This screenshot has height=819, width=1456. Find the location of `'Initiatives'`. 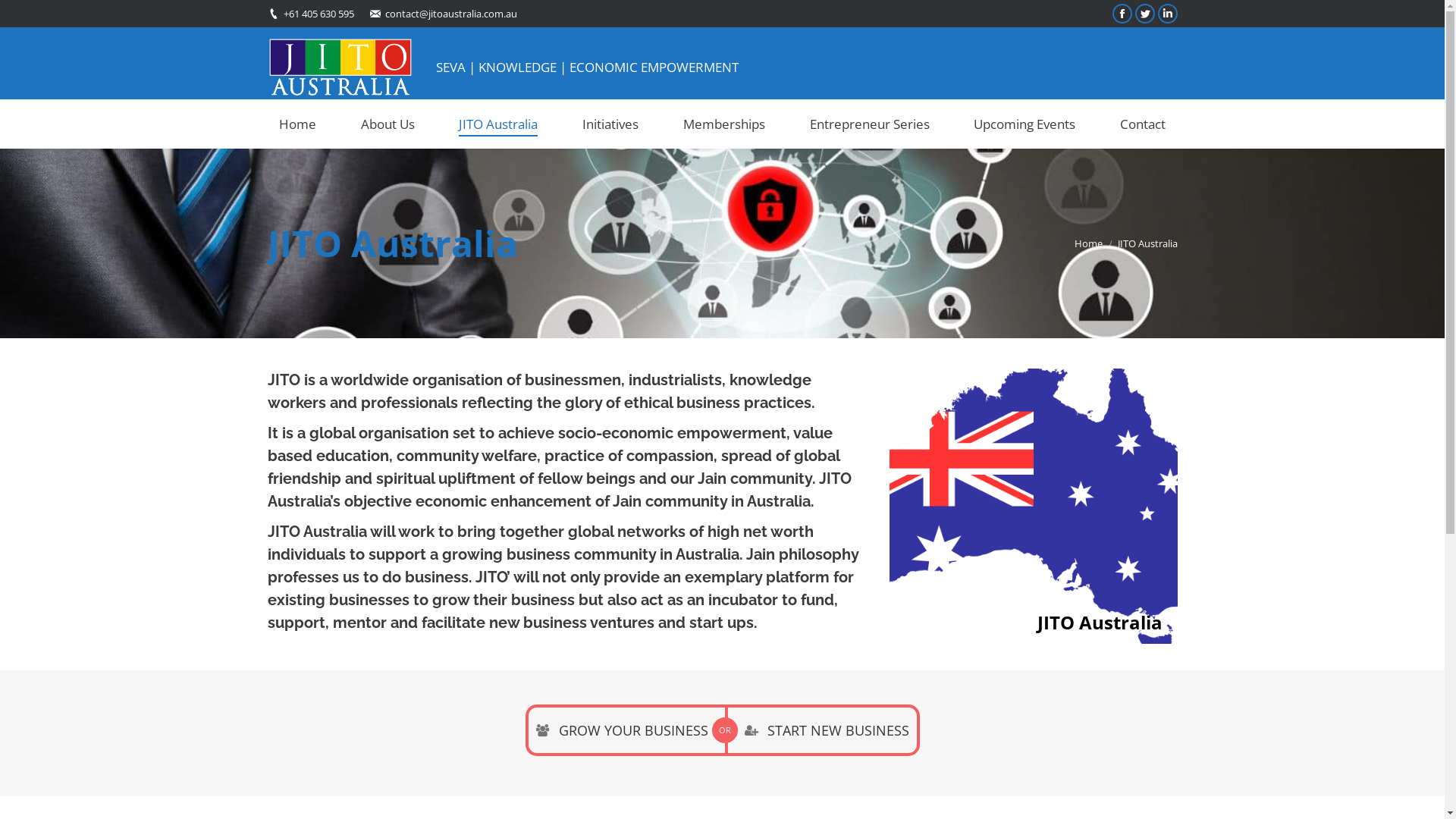

'Initiatives' is located at coordinates (610, 123).